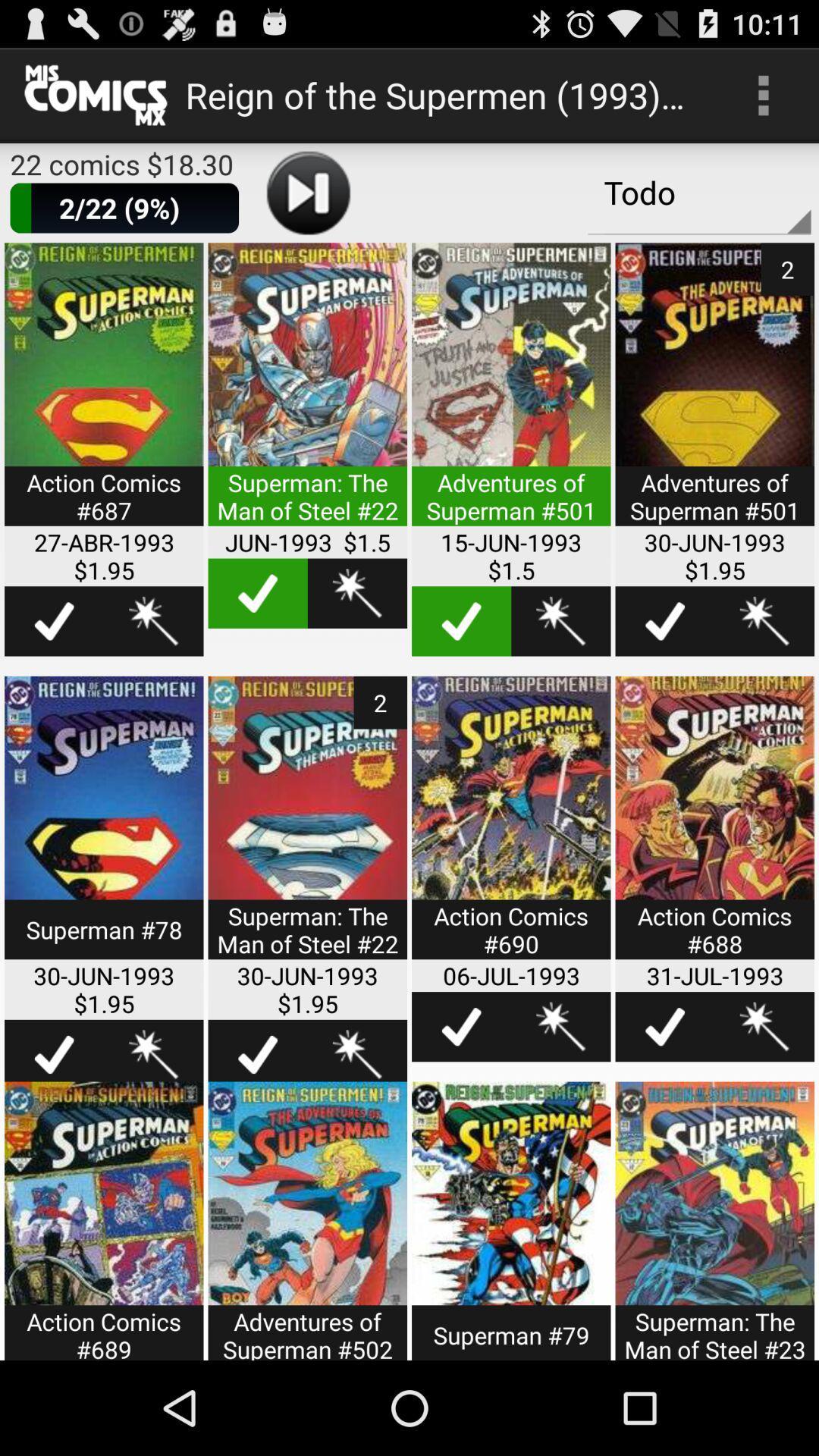  Describe the element at coordinates (560, 621) in the screenshot. I see `wizard edit` at that location.